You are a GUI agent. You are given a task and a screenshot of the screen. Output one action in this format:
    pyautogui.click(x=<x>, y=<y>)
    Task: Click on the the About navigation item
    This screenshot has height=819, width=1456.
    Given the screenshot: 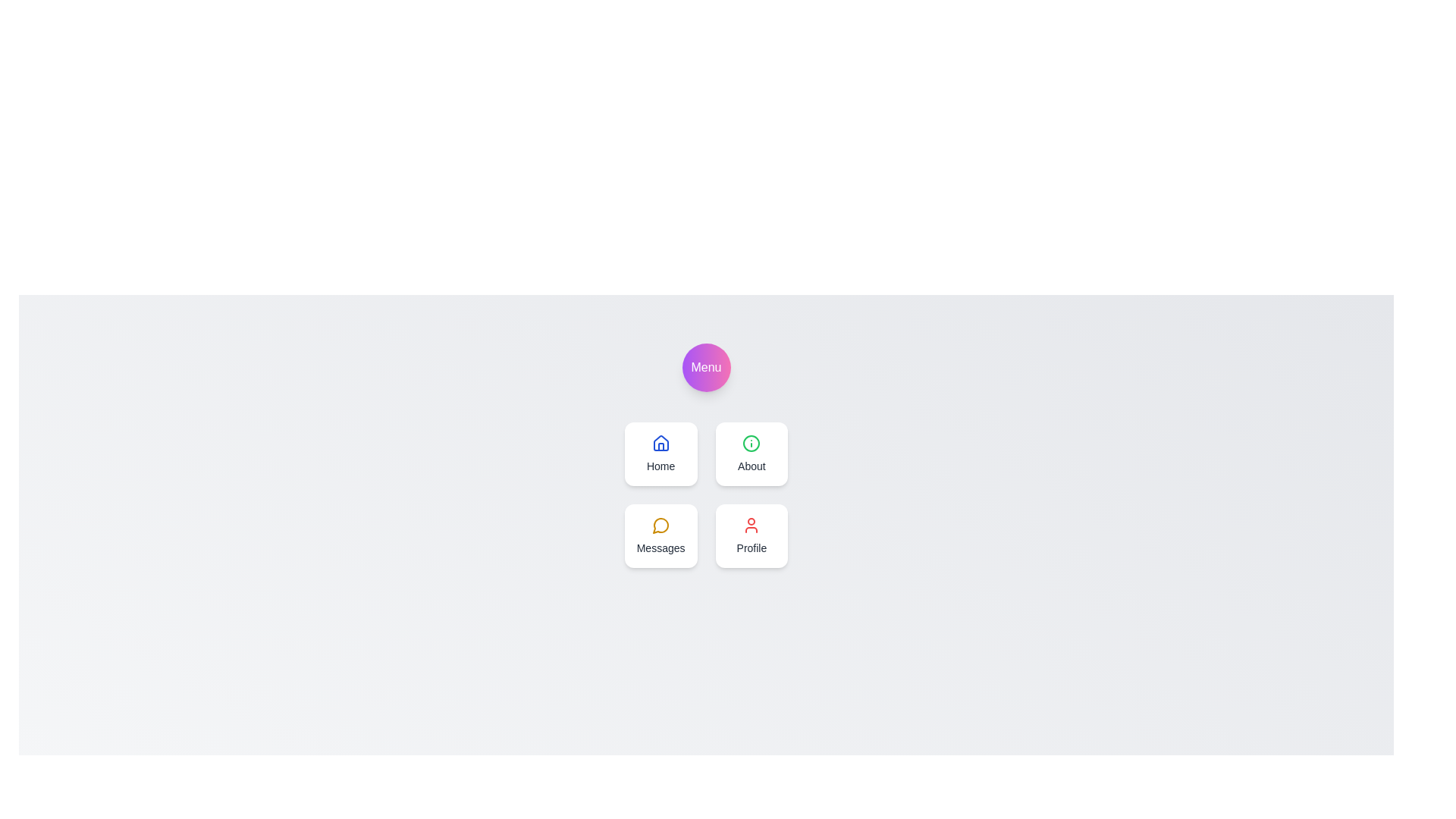 What is the action you would take?
    pyautogui.click(x=752, y=453)
    